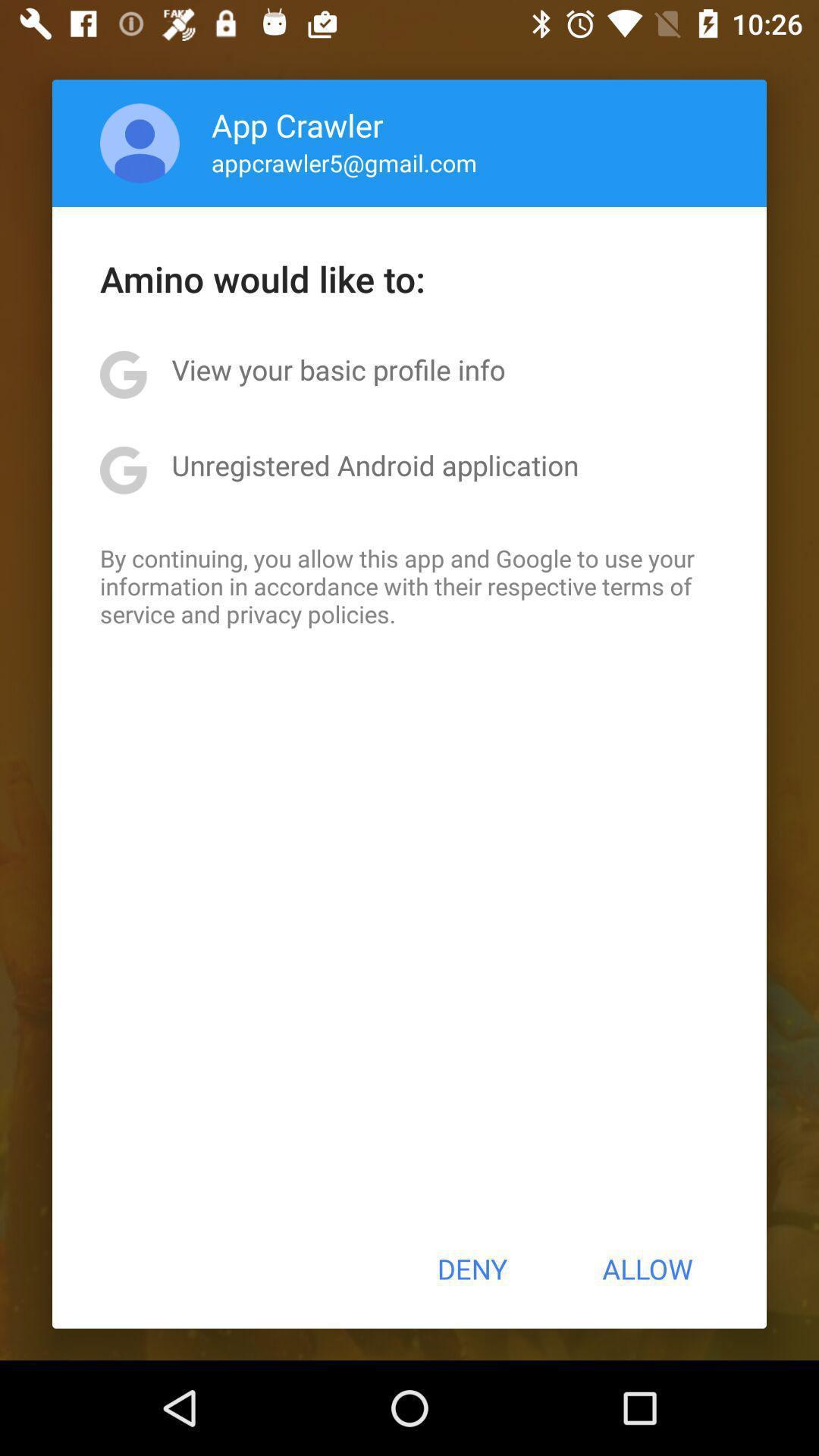  What do you see at coordinates (140, 143) in the screenshot?
I see `the icon next to app crawler item` at bounding box center [140, 143].